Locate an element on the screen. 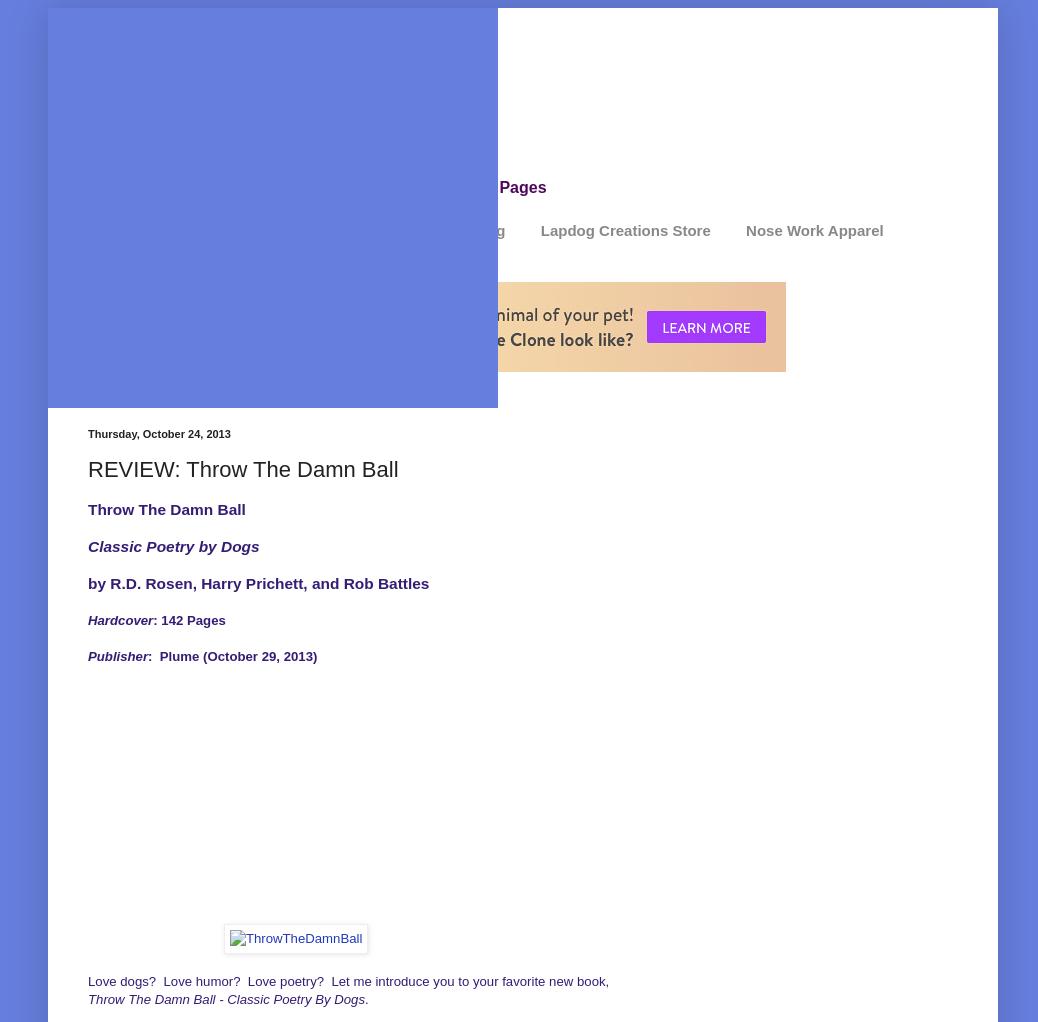 The image size is (1038, 1022). 'Pages' is located at coordinates (521, 187).